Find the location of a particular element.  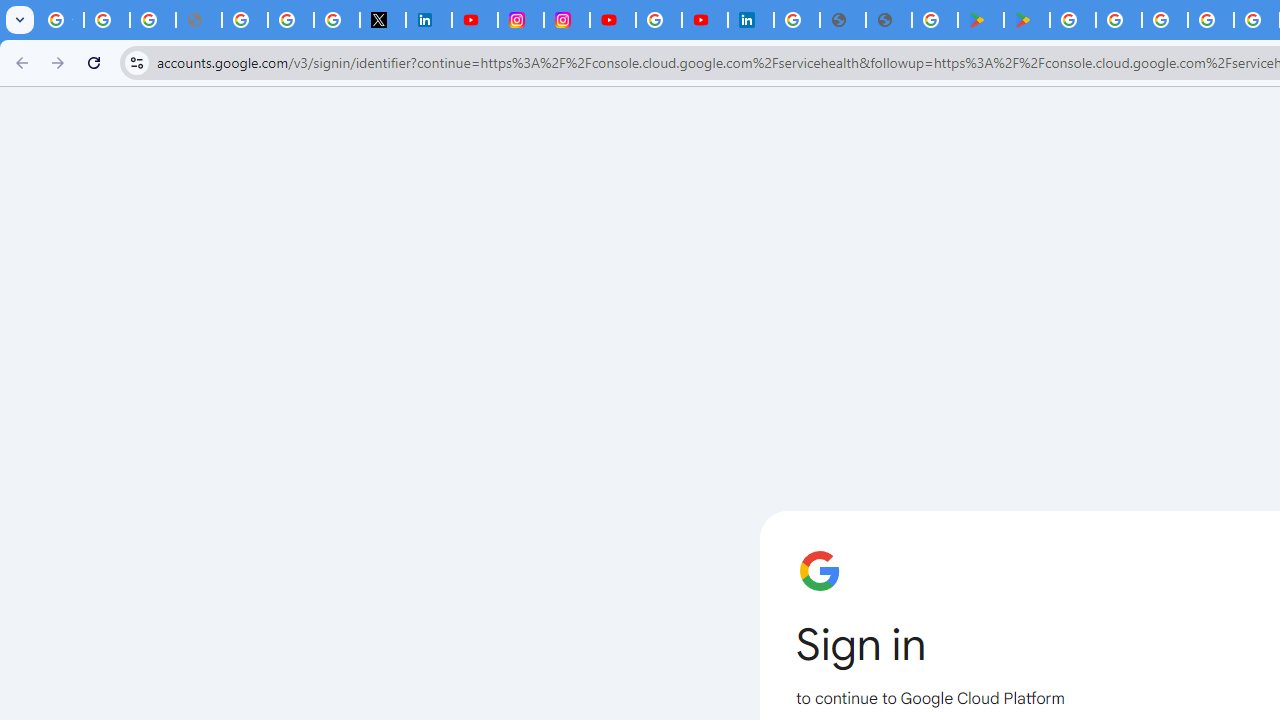

'PAW Patrol Rescue World - Apps on Google Play' is located at coordinates (1026, 20).